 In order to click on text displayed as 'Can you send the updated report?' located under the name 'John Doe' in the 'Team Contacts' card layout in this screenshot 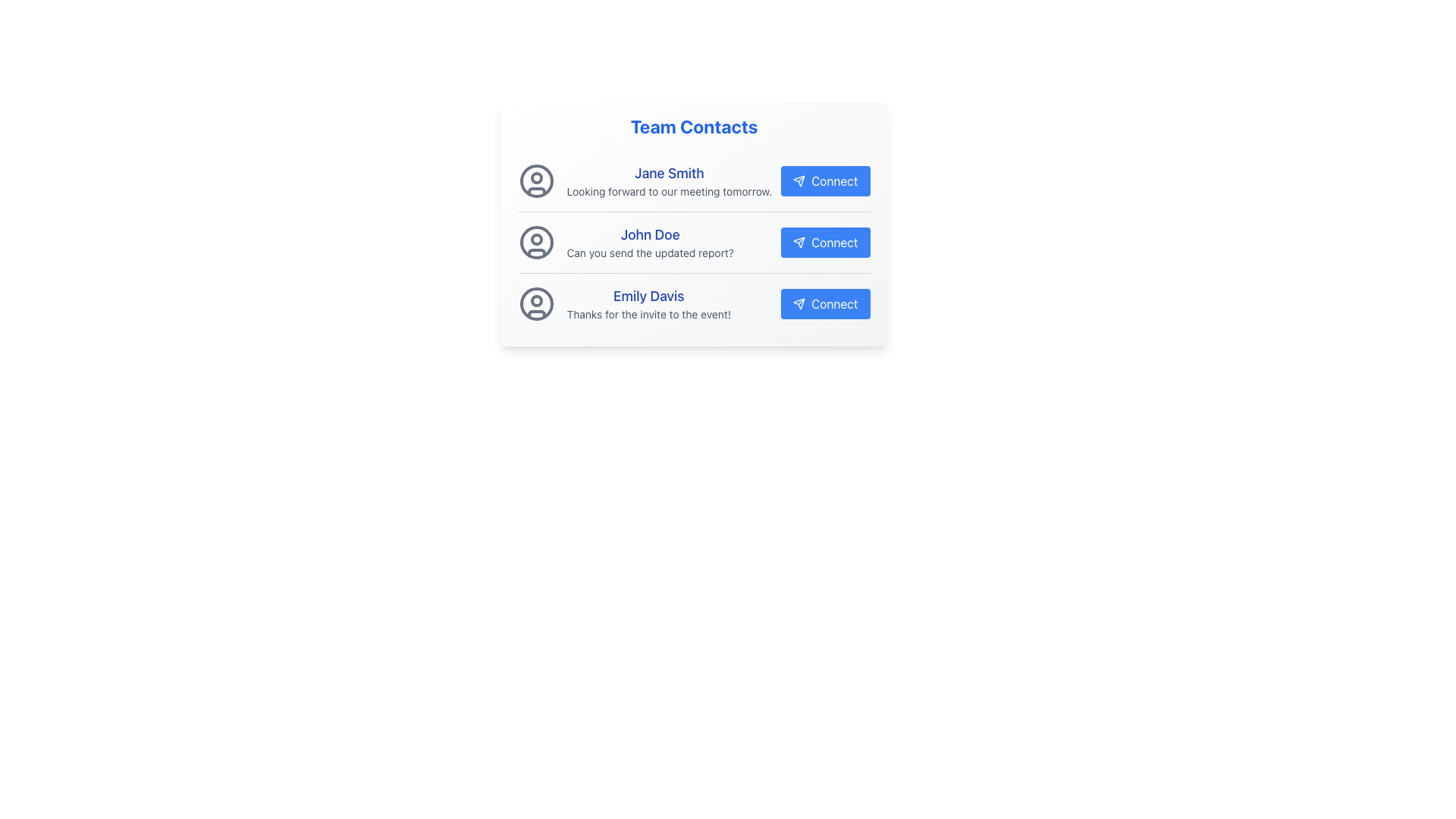, I will do `click(650, 253)`.